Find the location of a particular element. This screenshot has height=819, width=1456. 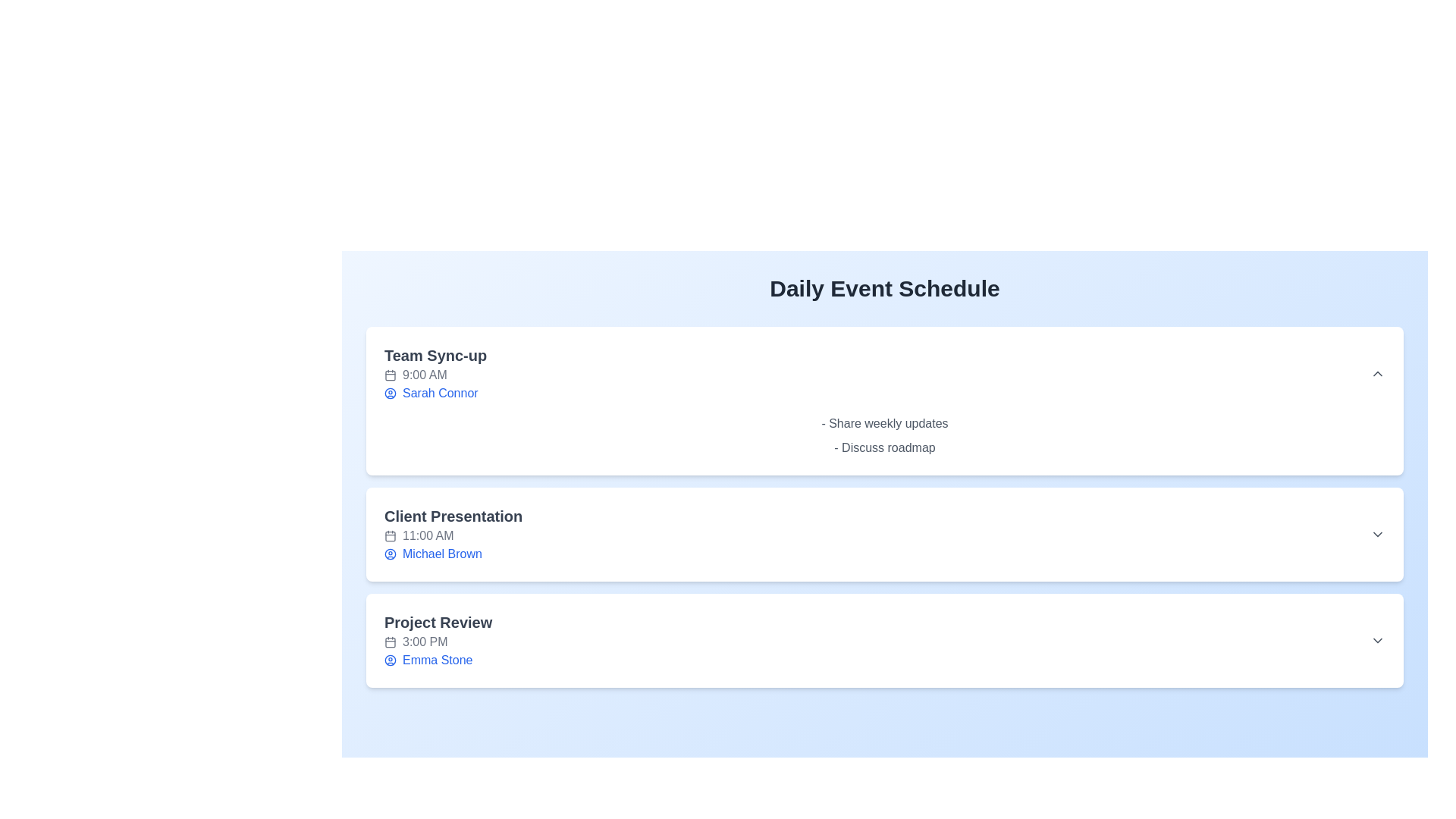

the calendar icon within the second event card labeled 'Client Presentation', which is styled with rounded corners and indicates an interactive feature is located at coordinates (390, 535).